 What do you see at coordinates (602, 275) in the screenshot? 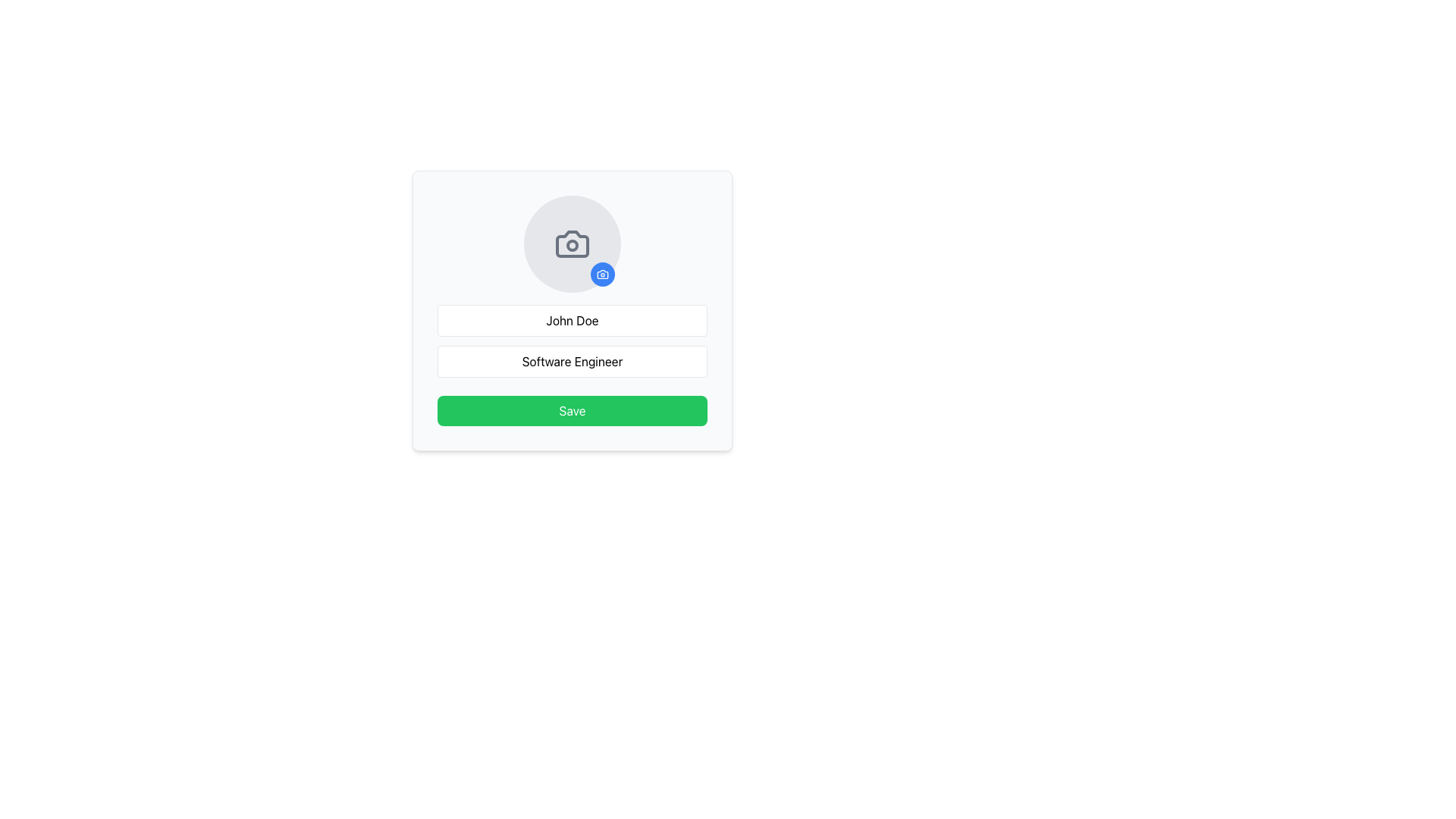
I see `the photography icon located at the top center of the card interface, which is slightly below a light gray avatar background` at bounding box center [602, 275].